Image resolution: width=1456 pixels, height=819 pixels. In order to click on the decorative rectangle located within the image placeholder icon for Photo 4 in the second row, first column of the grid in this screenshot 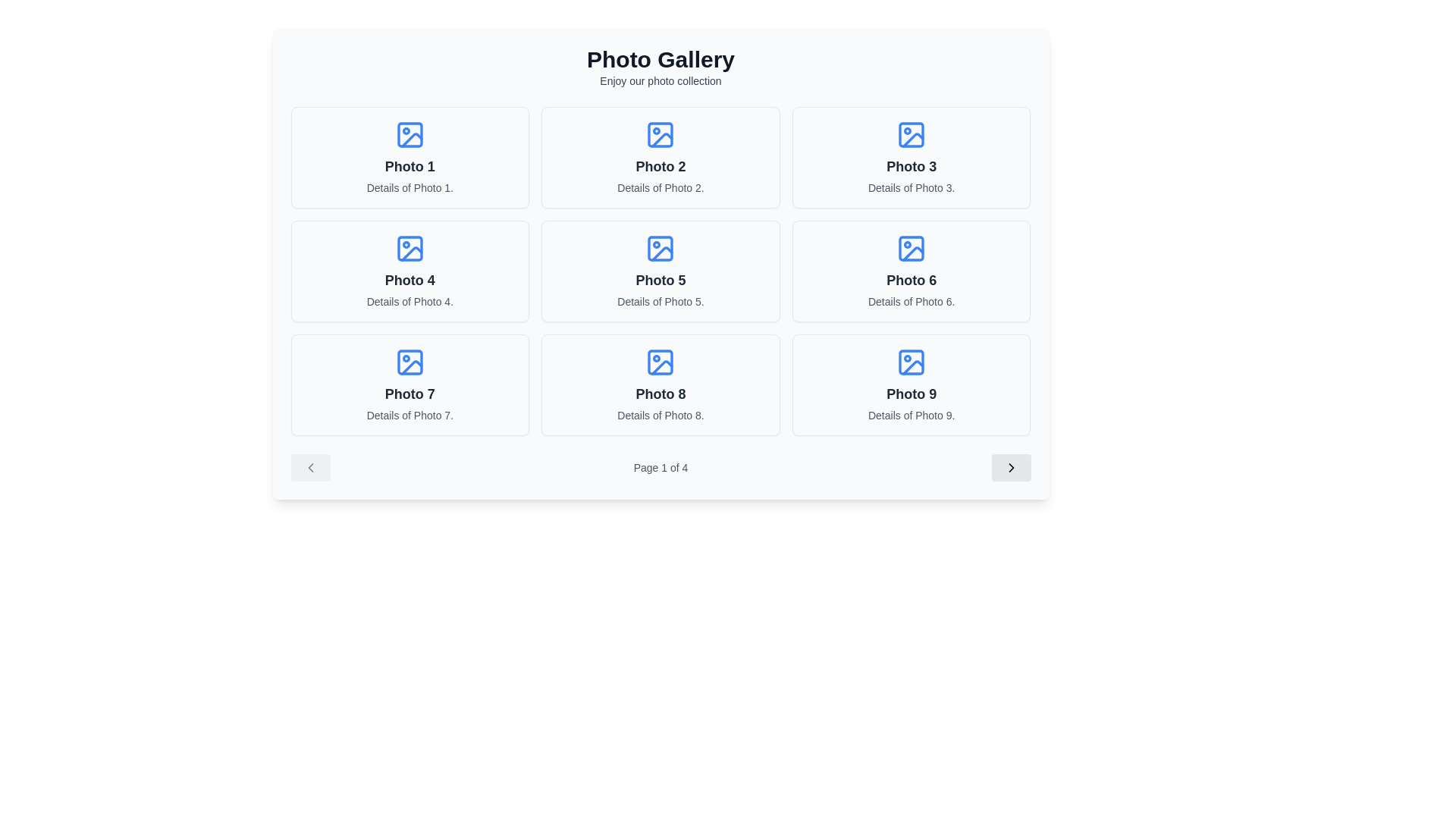, I will do `click(409, 247)`.